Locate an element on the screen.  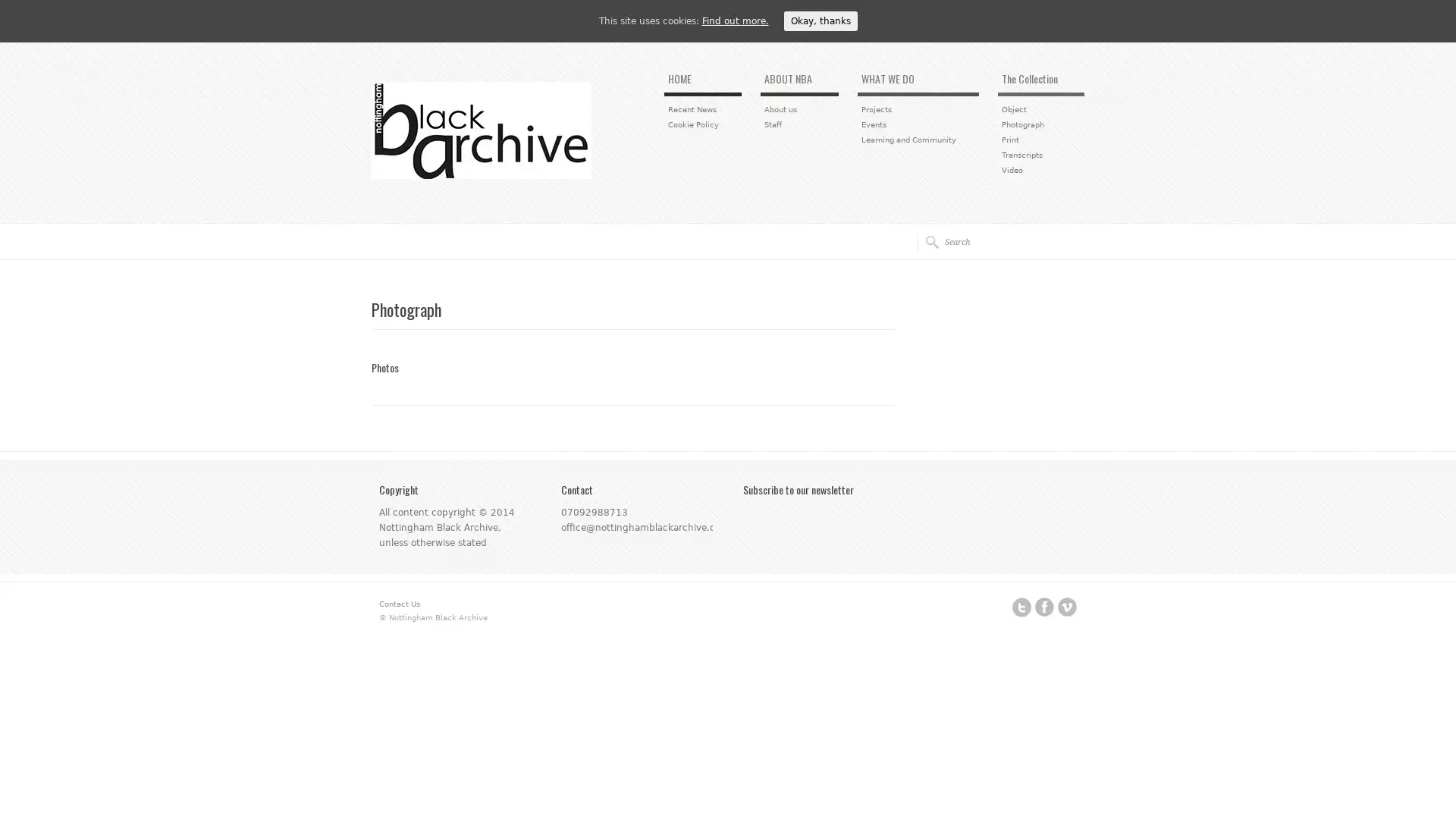
Search is located at coordinates (927, 241).